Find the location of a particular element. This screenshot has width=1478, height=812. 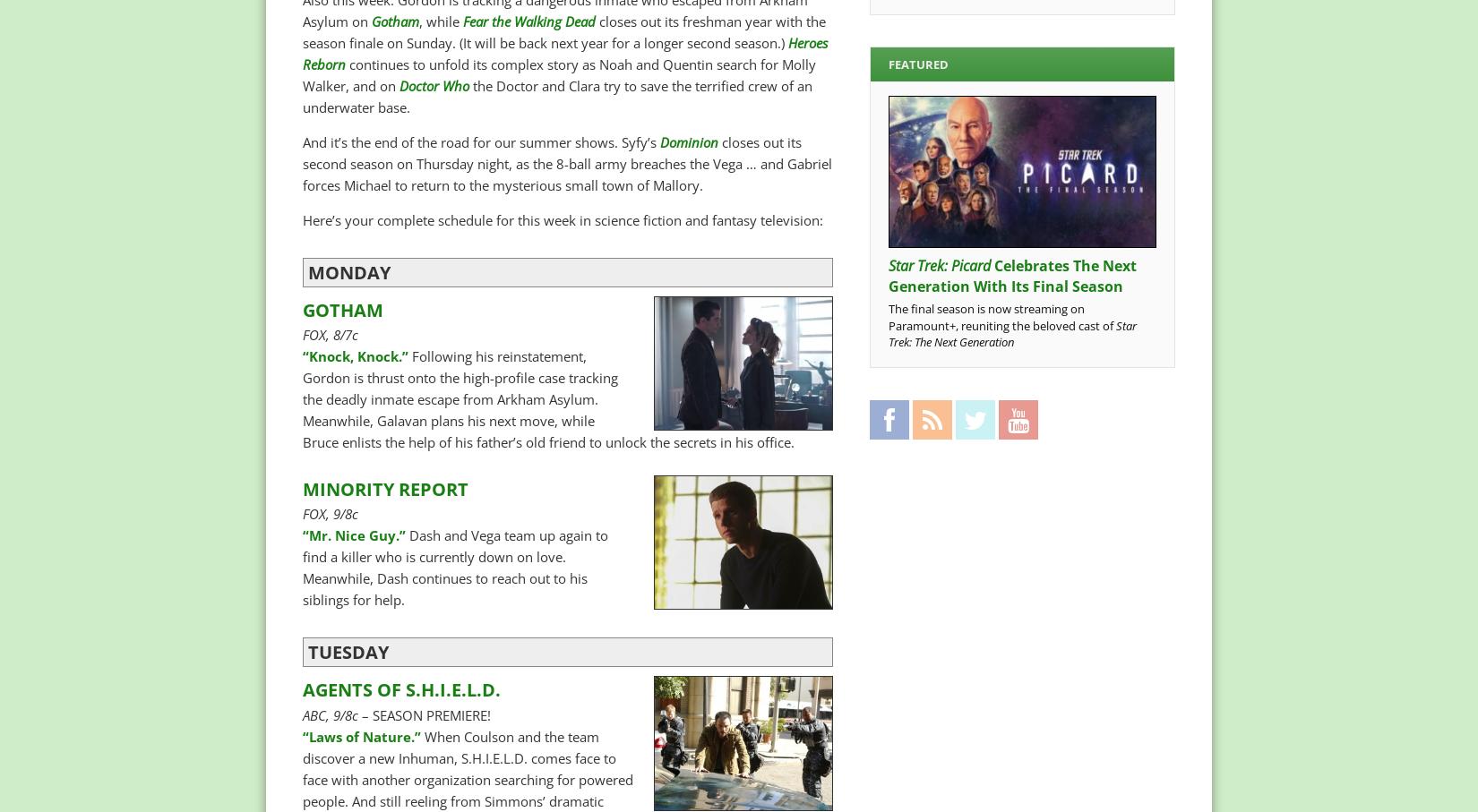

'Celebrates The Next Generation With Its Final Season' is located at coordinates (887, 275).